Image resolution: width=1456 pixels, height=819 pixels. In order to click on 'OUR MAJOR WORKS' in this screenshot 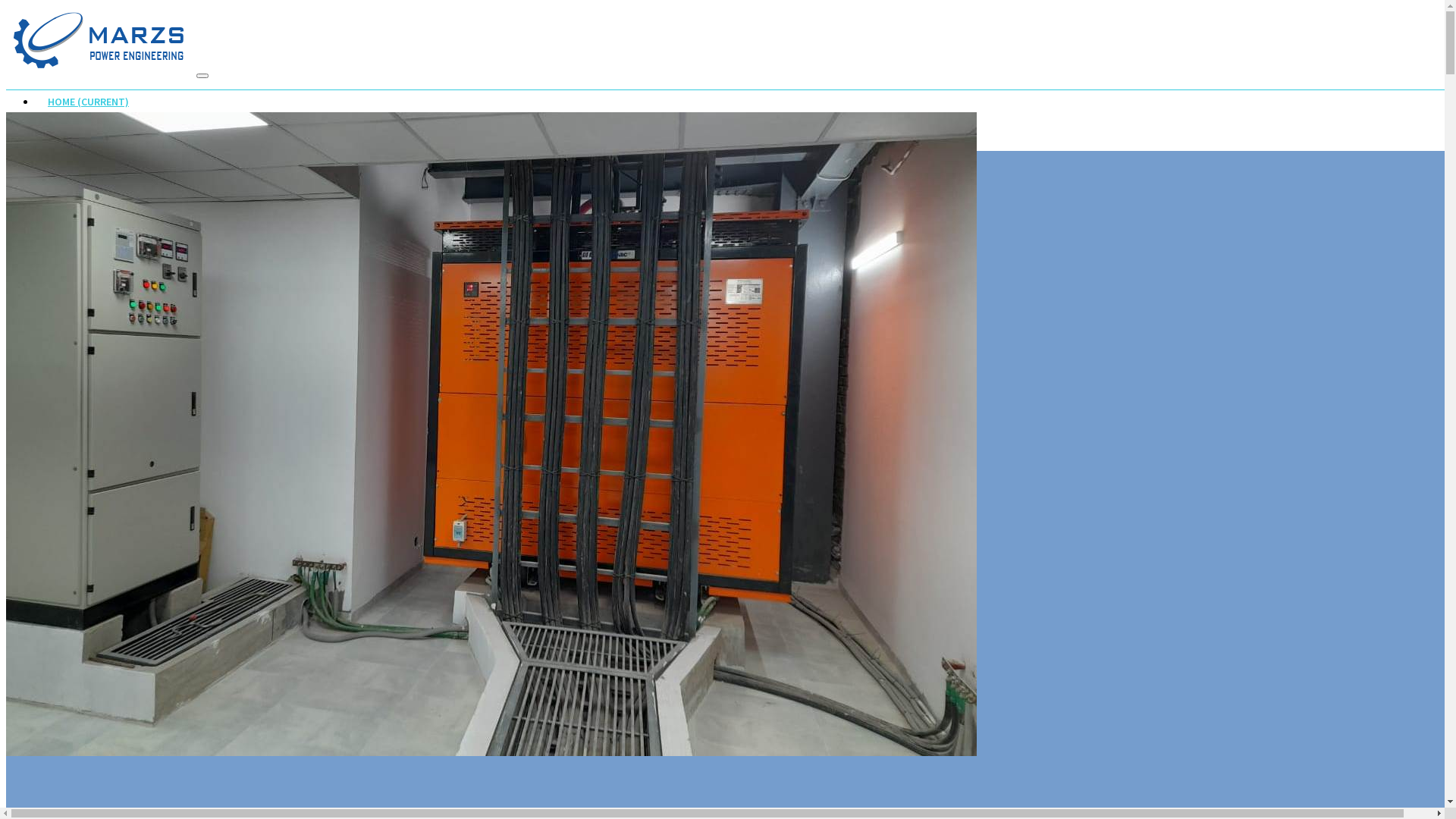, I will do `click(93, 146)`.